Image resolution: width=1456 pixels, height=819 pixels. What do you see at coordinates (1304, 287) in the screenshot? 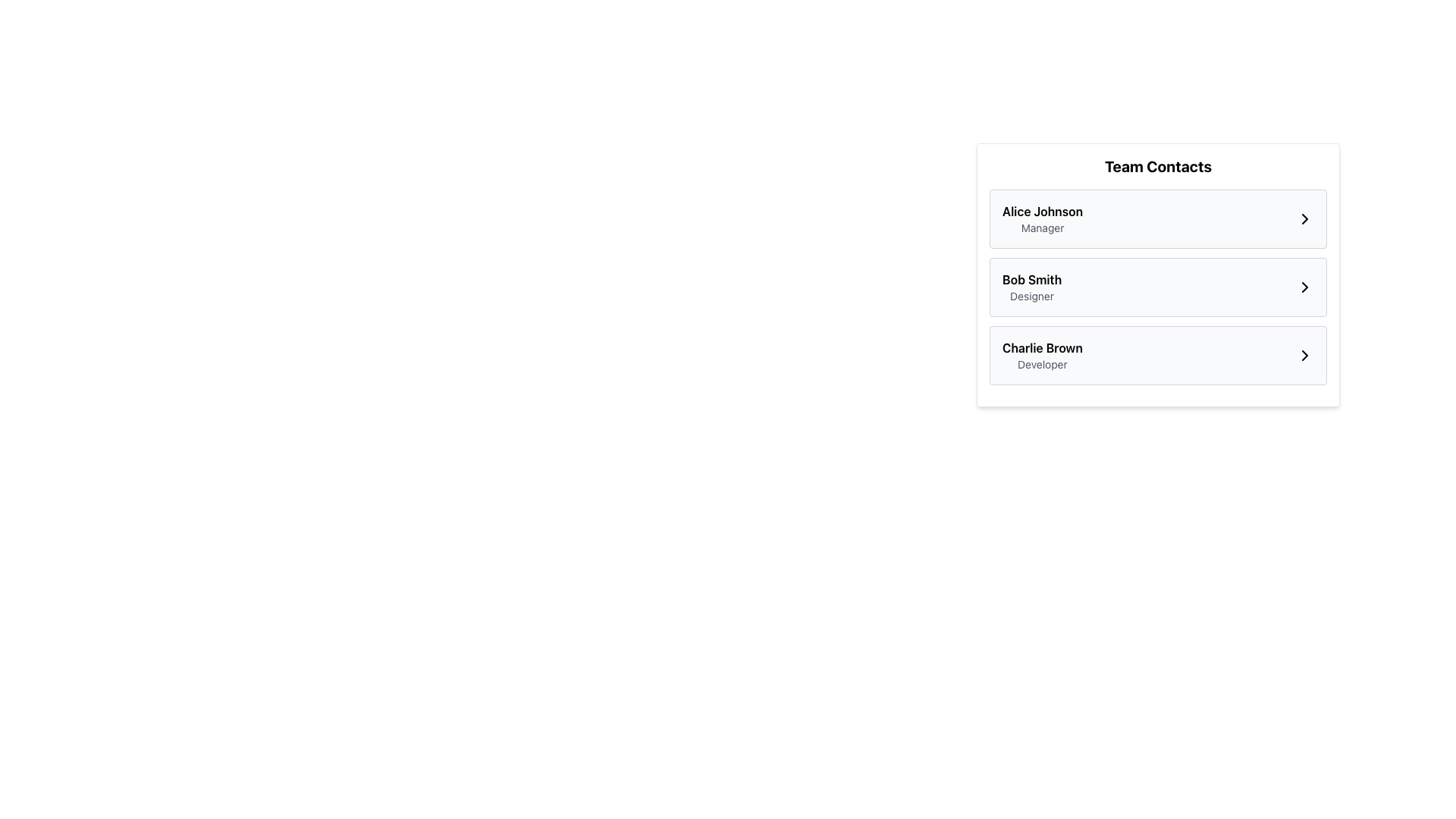
I see `the right-facing chevron icon located on the far right side of the card entry labeled 'Bob Smith - Designer' in the 'Team Contacts' list` at bounding box center [1304, 287].